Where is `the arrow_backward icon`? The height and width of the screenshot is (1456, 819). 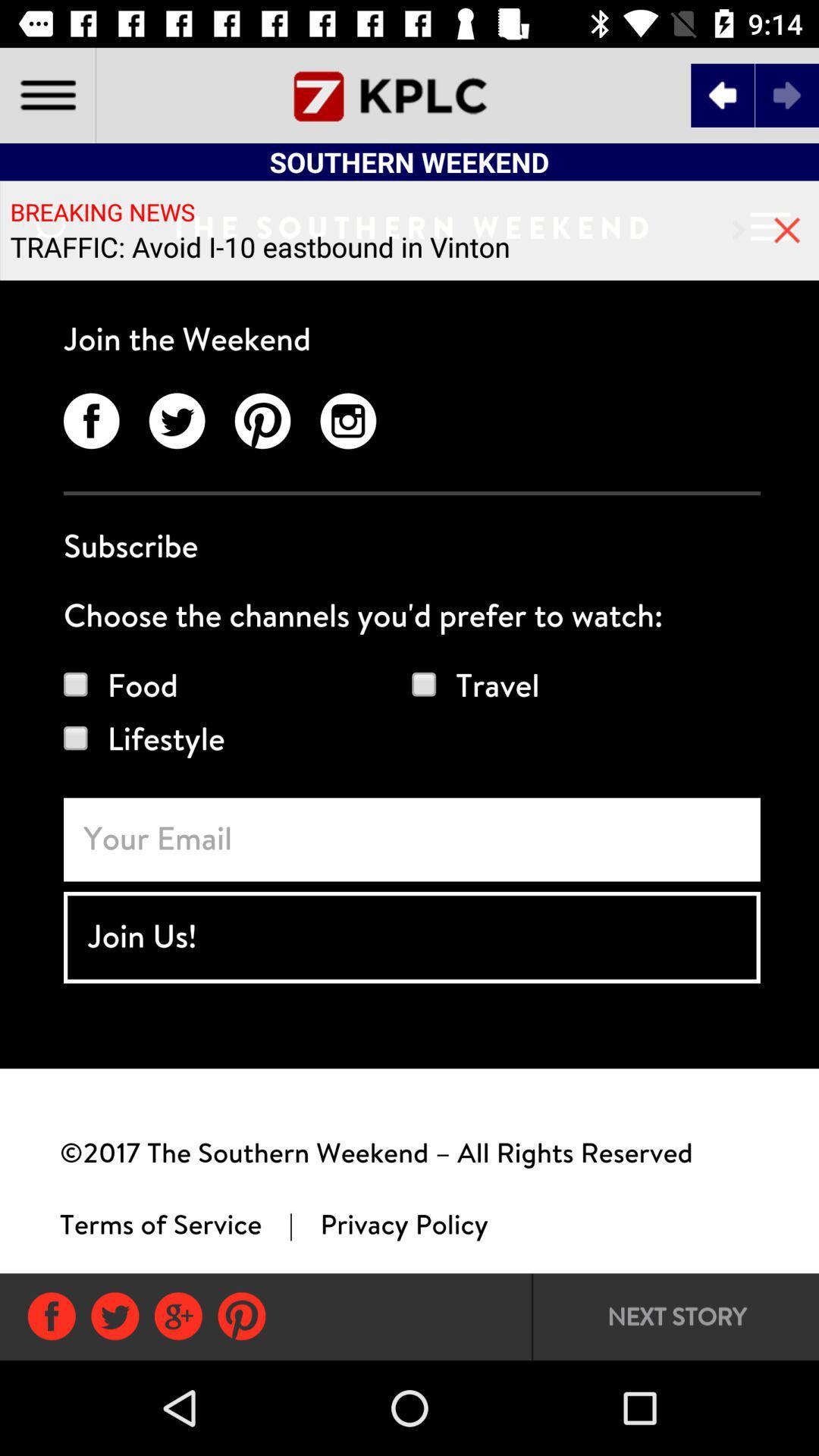 the arrow_backward icon is located at coordinates (722, 94).